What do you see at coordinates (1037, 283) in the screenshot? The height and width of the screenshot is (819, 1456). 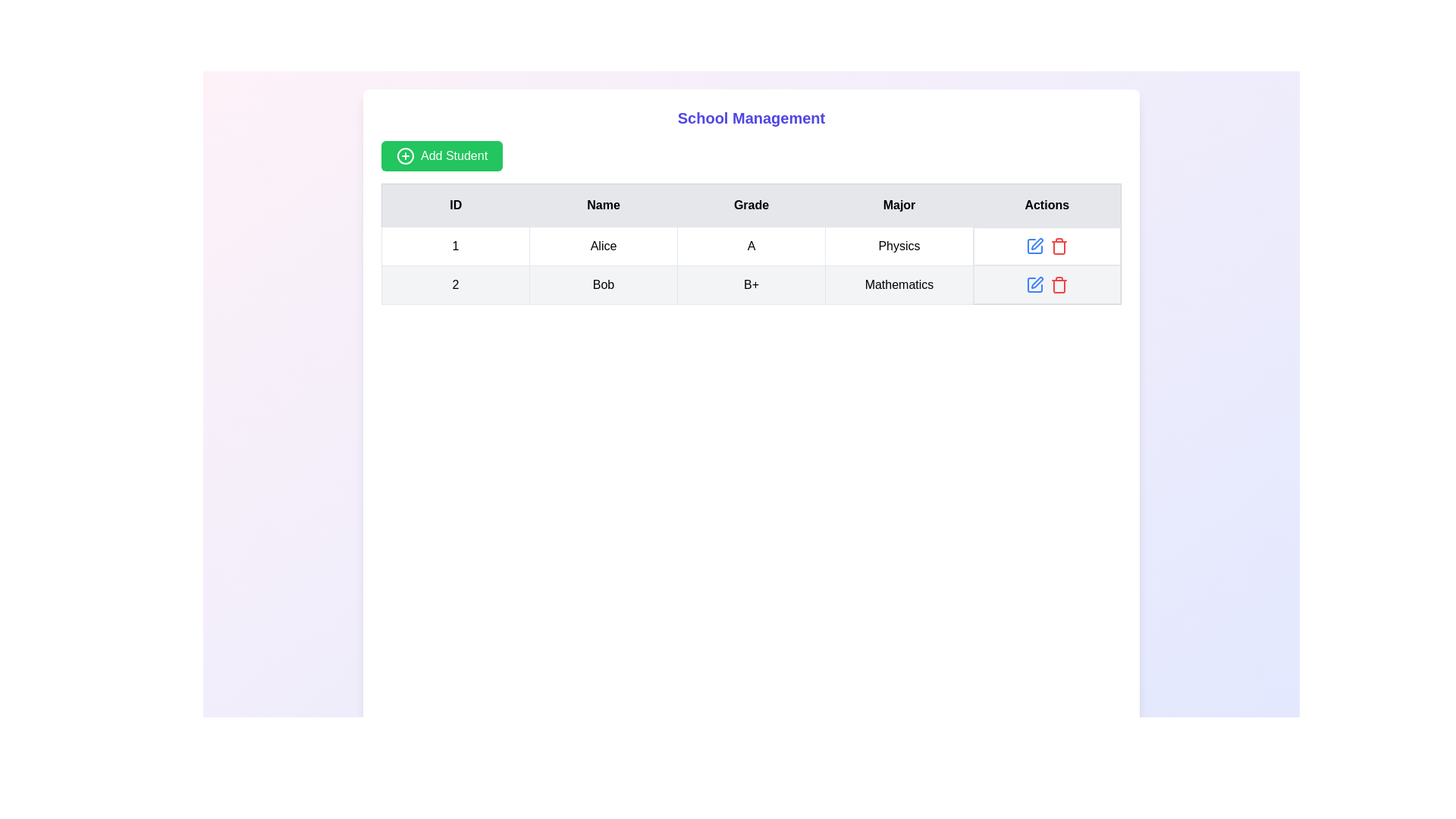 I see `the Edit icon button in the Actions column of the second row for the entry associated with 'Bob', 'Mathematics'` at bounding box center [1037, 283].